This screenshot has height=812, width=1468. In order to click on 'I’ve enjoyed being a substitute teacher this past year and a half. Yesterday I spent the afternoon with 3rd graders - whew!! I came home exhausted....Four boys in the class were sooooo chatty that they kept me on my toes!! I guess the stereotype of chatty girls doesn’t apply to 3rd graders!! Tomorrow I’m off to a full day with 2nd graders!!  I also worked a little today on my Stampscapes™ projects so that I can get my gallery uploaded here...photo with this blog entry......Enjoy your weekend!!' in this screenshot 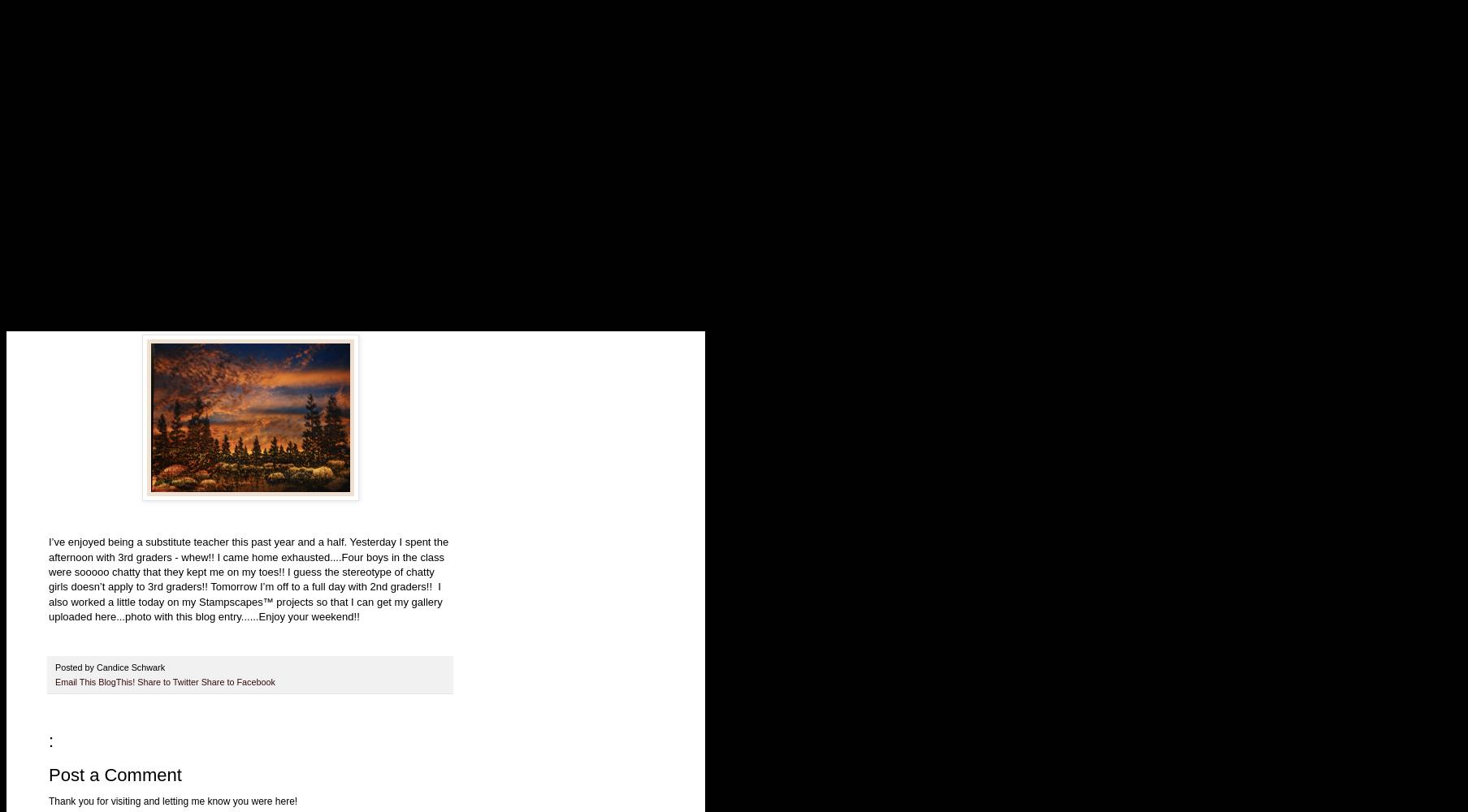, I will do `click(248, 578)`.